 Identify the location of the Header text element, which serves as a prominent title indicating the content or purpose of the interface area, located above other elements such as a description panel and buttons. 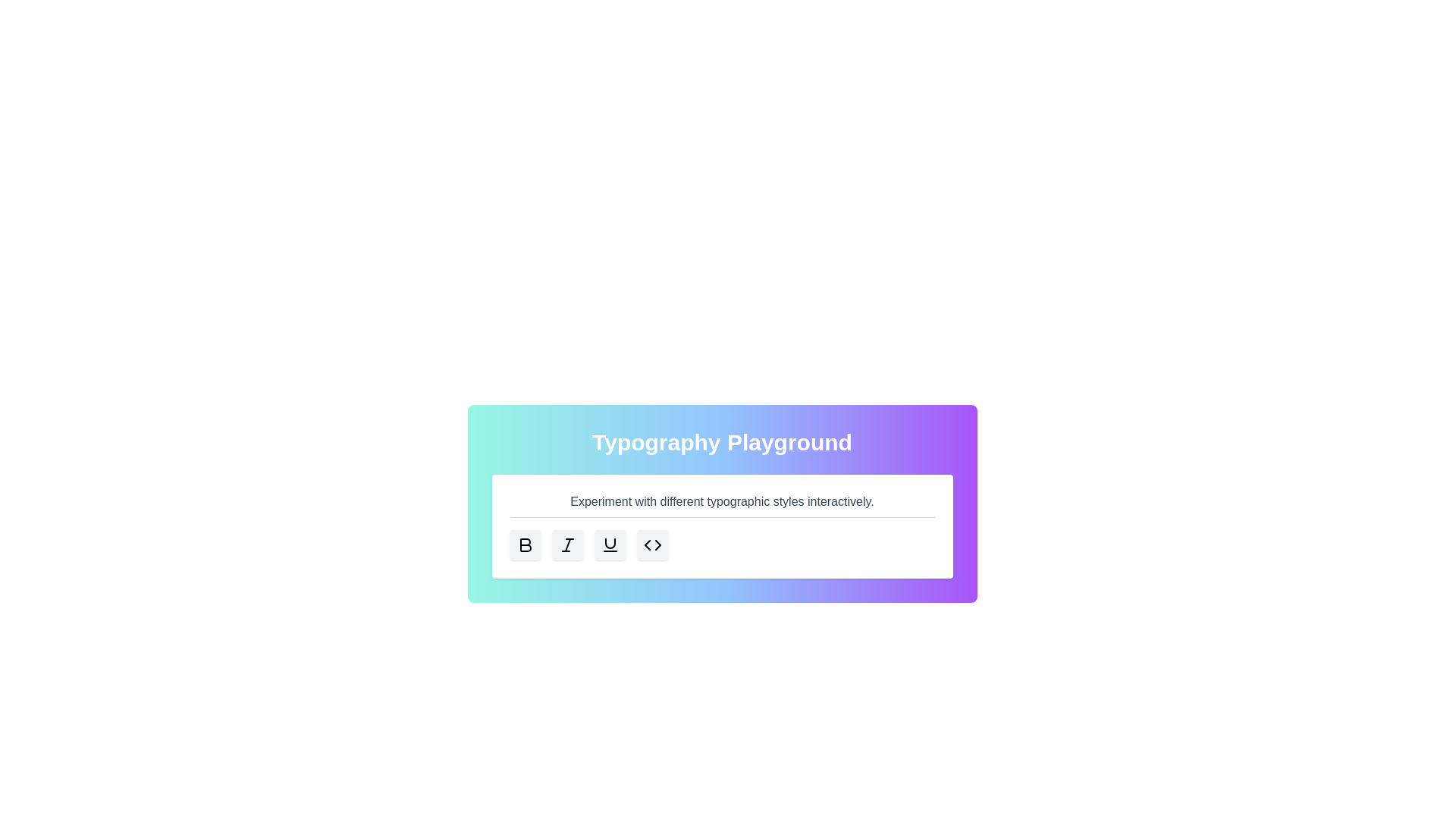
(721, 442).